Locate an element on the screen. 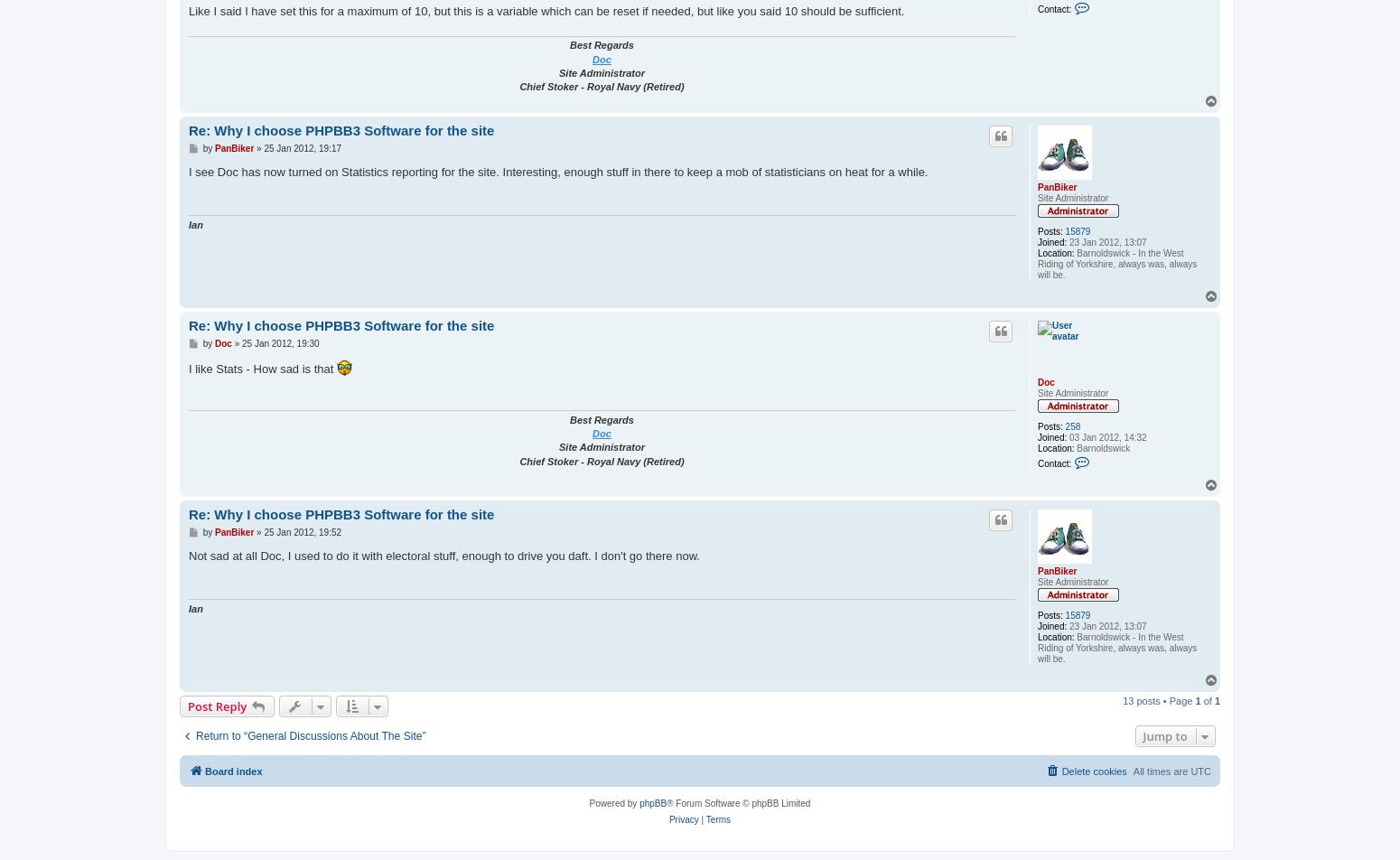 This screenshot has width=1400, height=860. '25 Jan 2012, 19:52' is located at coordinates (301, 531).